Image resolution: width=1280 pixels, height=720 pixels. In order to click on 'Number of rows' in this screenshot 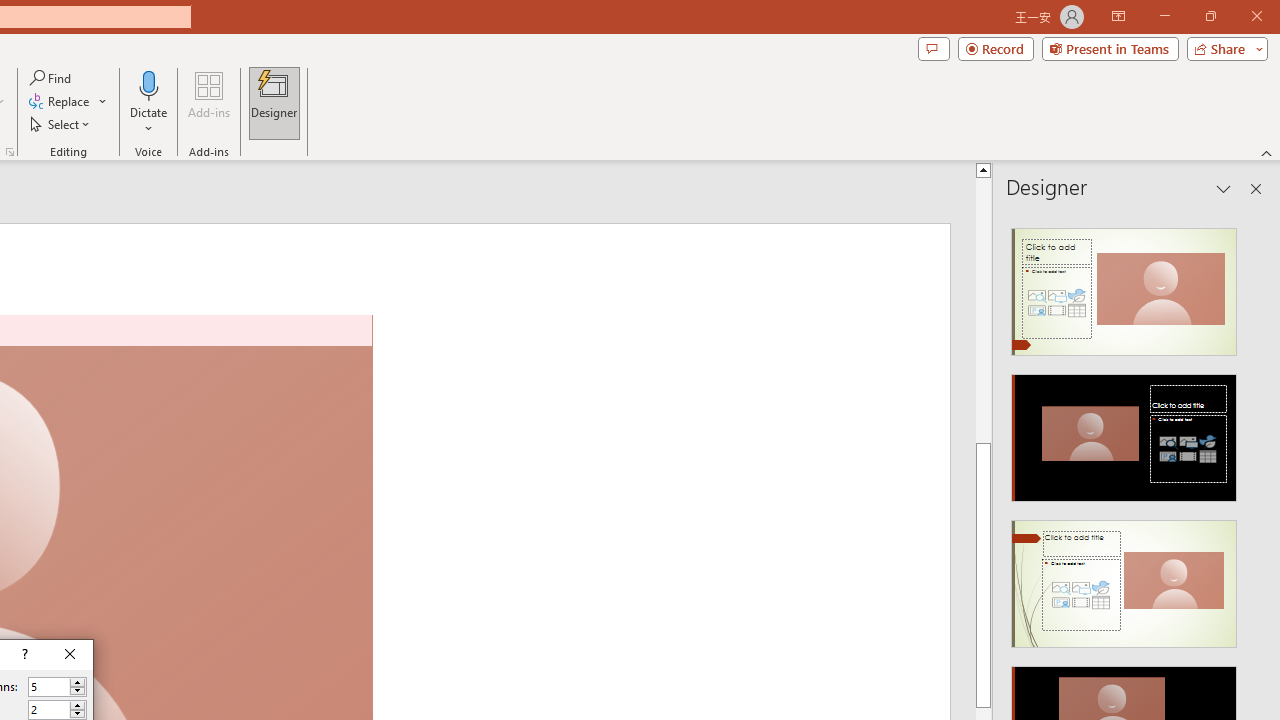, I will do `click(49, 709)`.